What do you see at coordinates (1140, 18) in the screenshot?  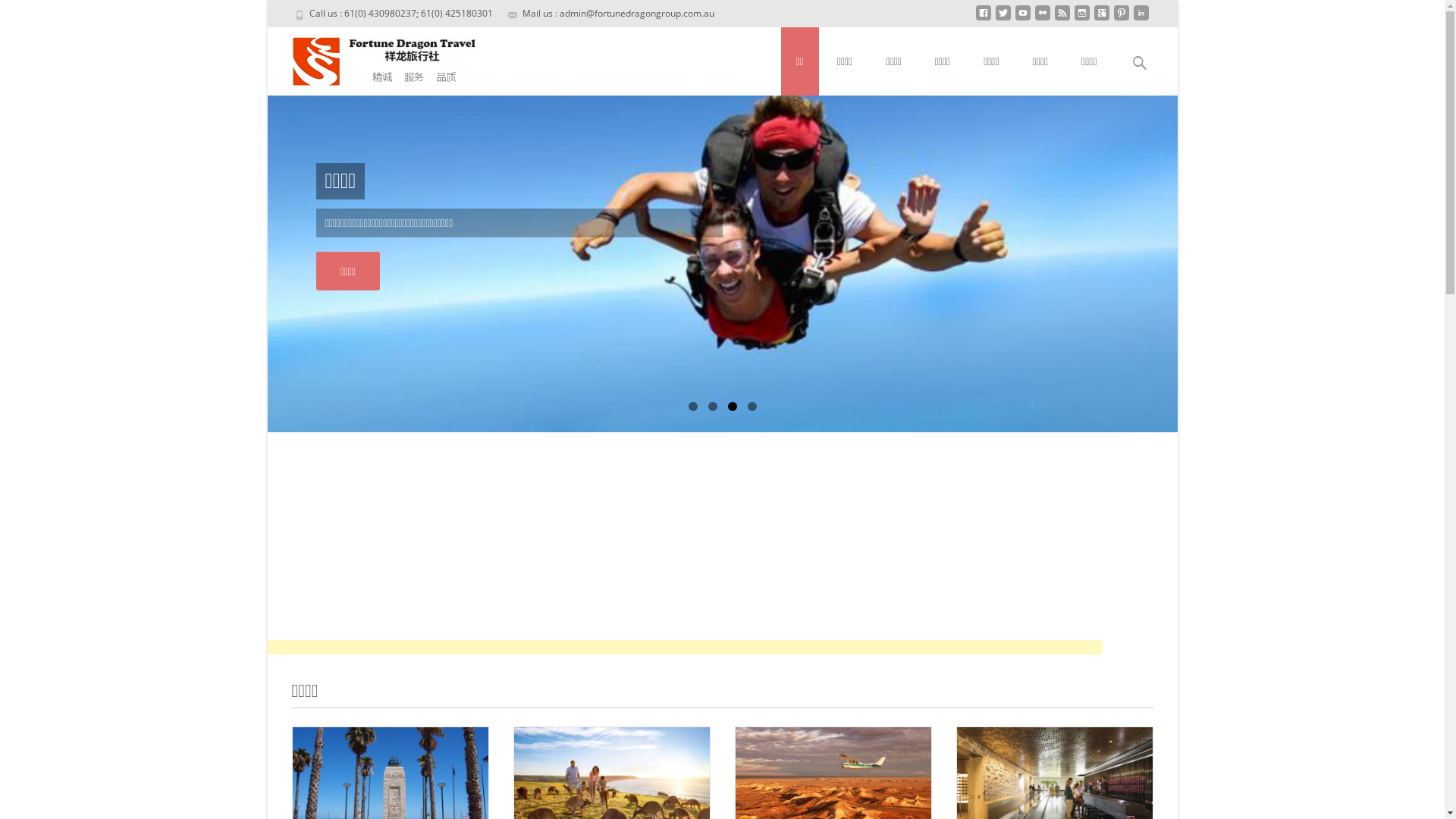 I see `'linkedin'` at bounding box center [1140, 18].